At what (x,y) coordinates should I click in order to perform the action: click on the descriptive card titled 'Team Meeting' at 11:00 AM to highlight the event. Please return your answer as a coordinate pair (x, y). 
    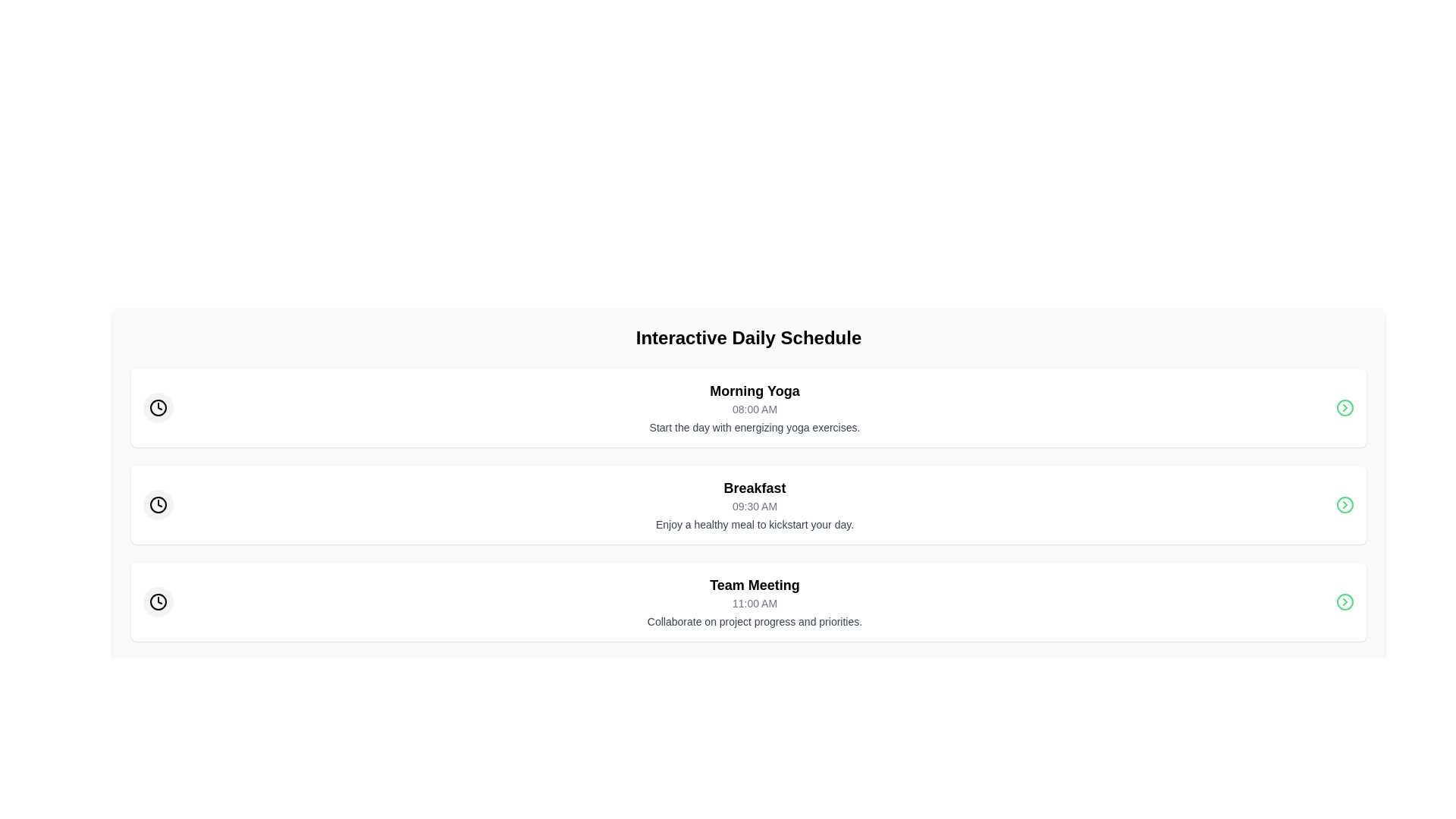
    Looking at the image, I should click on (755, 601).